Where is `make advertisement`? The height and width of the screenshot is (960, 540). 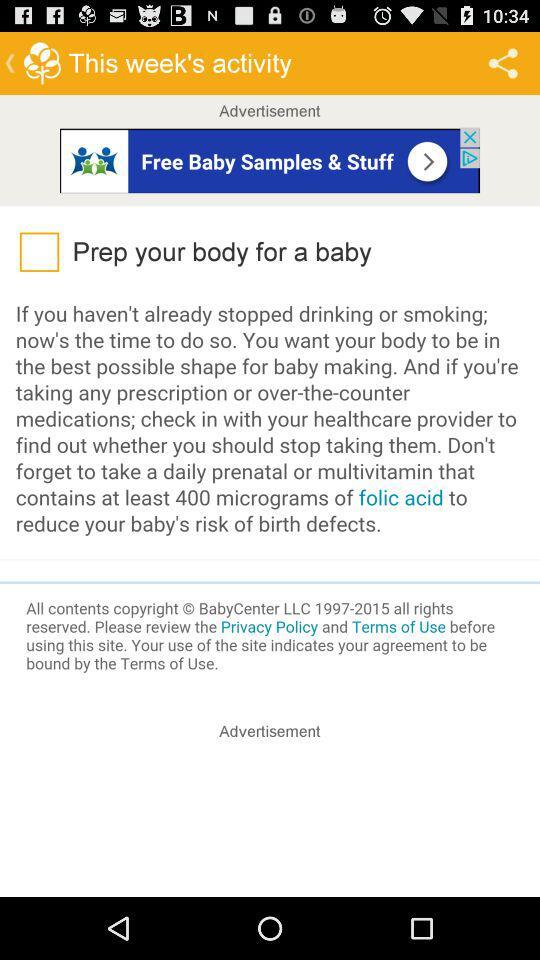
make advertisement is located at coordinates (270, 822).